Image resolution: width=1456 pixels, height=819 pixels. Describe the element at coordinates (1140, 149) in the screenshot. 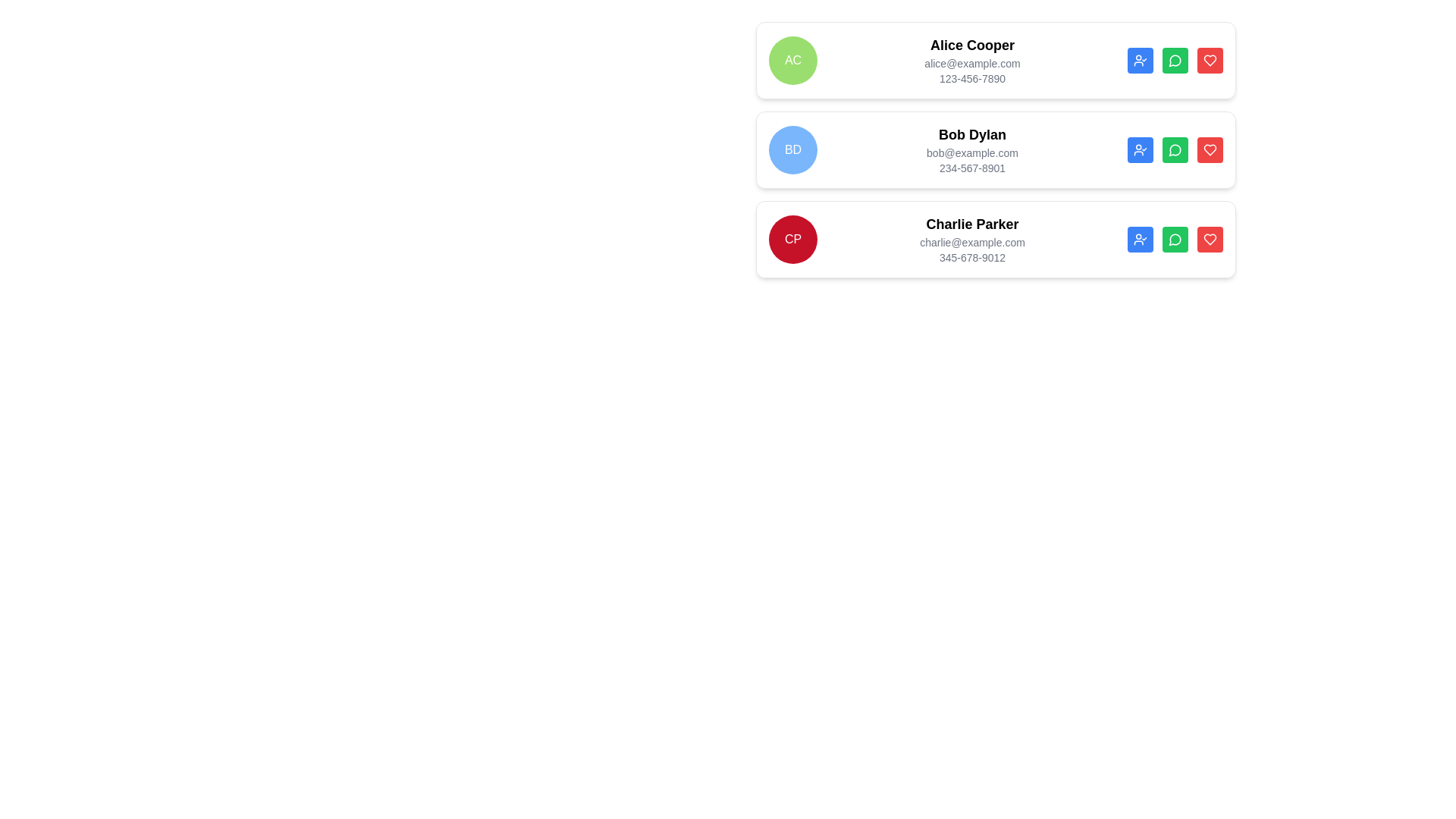

I see `the first button in the second row` at that location.